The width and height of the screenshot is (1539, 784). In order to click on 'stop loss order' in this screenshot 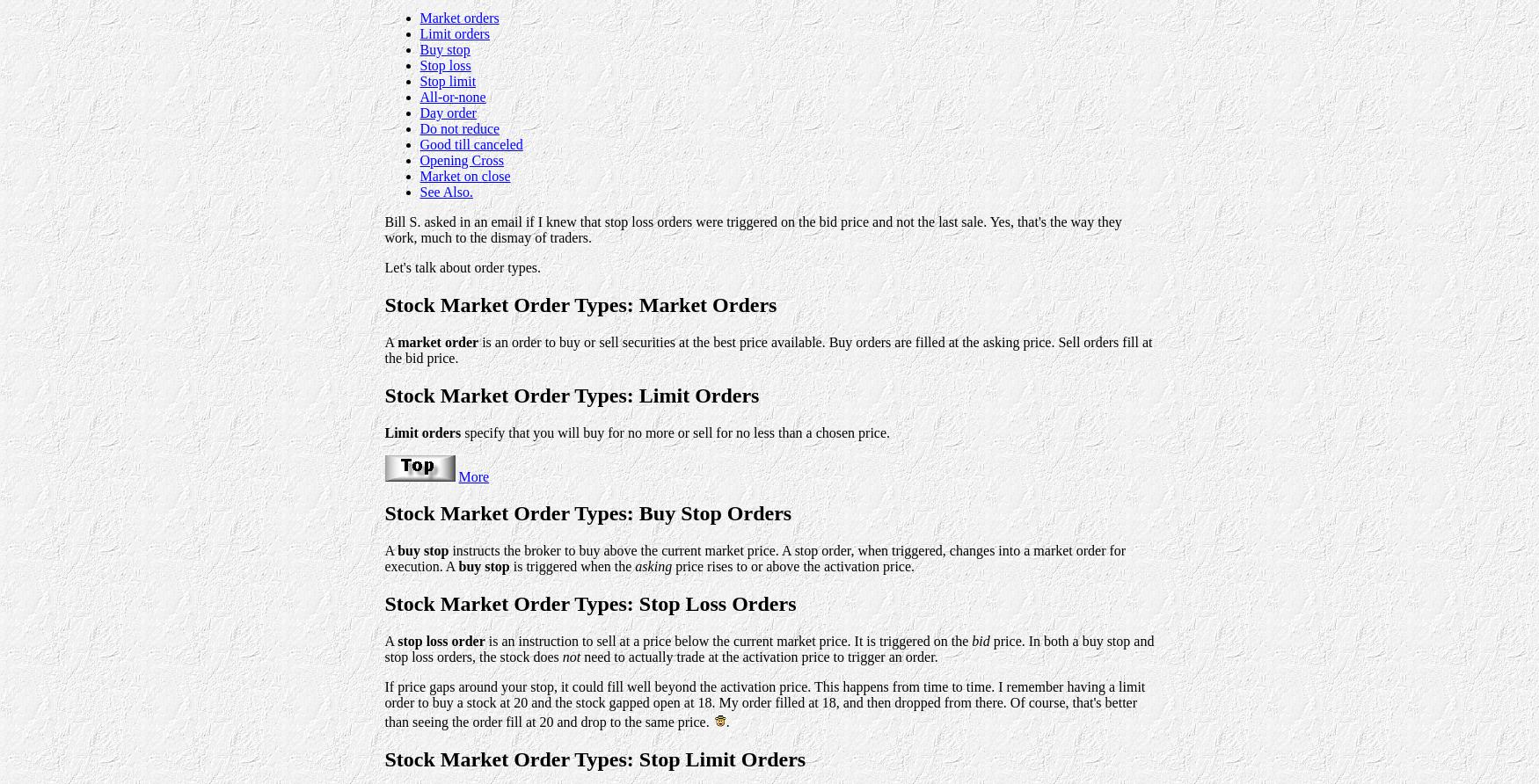, I will do `click(440, 641)`.